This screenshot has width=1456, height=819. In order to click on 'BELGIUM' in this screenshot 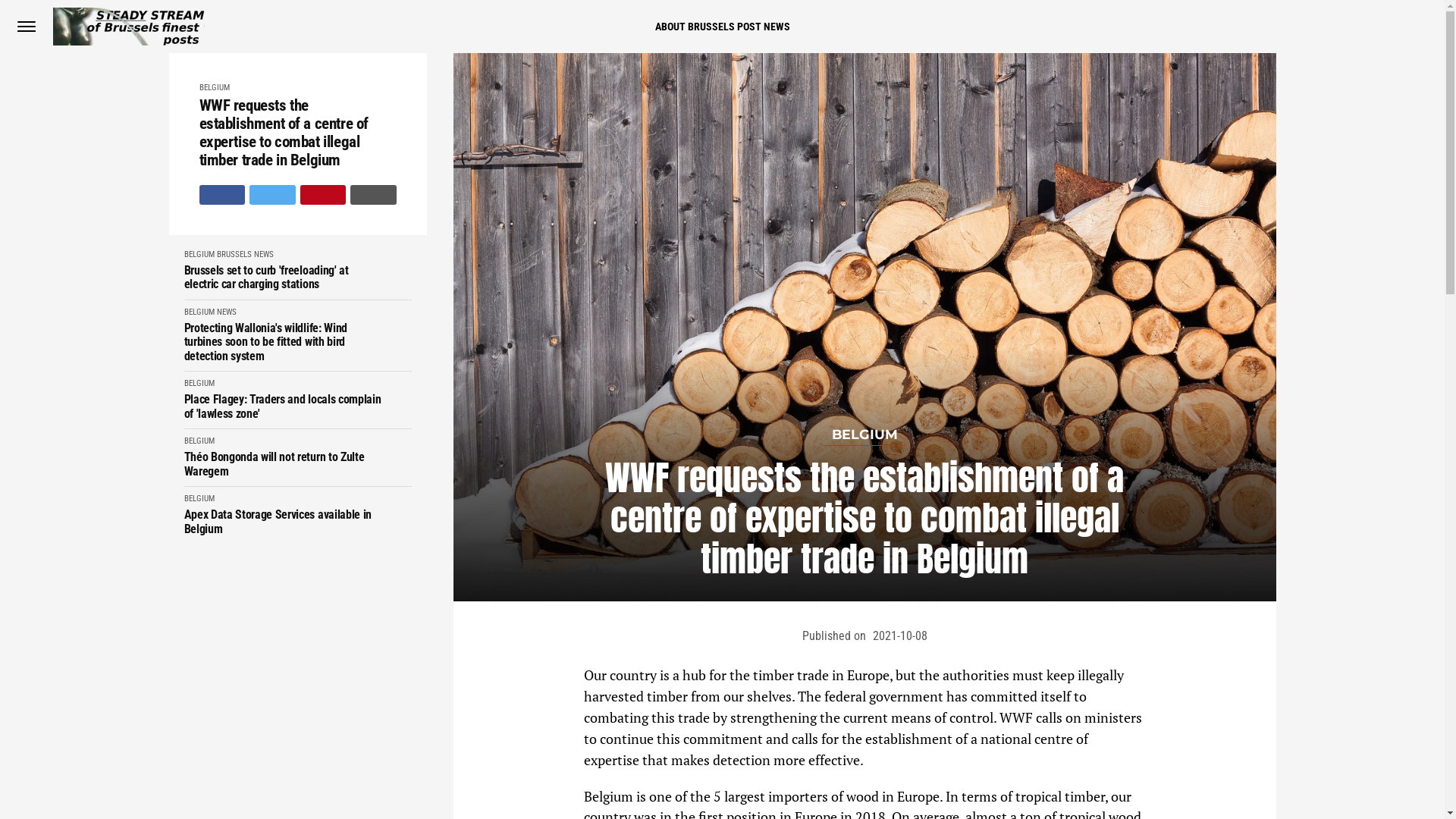, I will do `click(182, 382)`.